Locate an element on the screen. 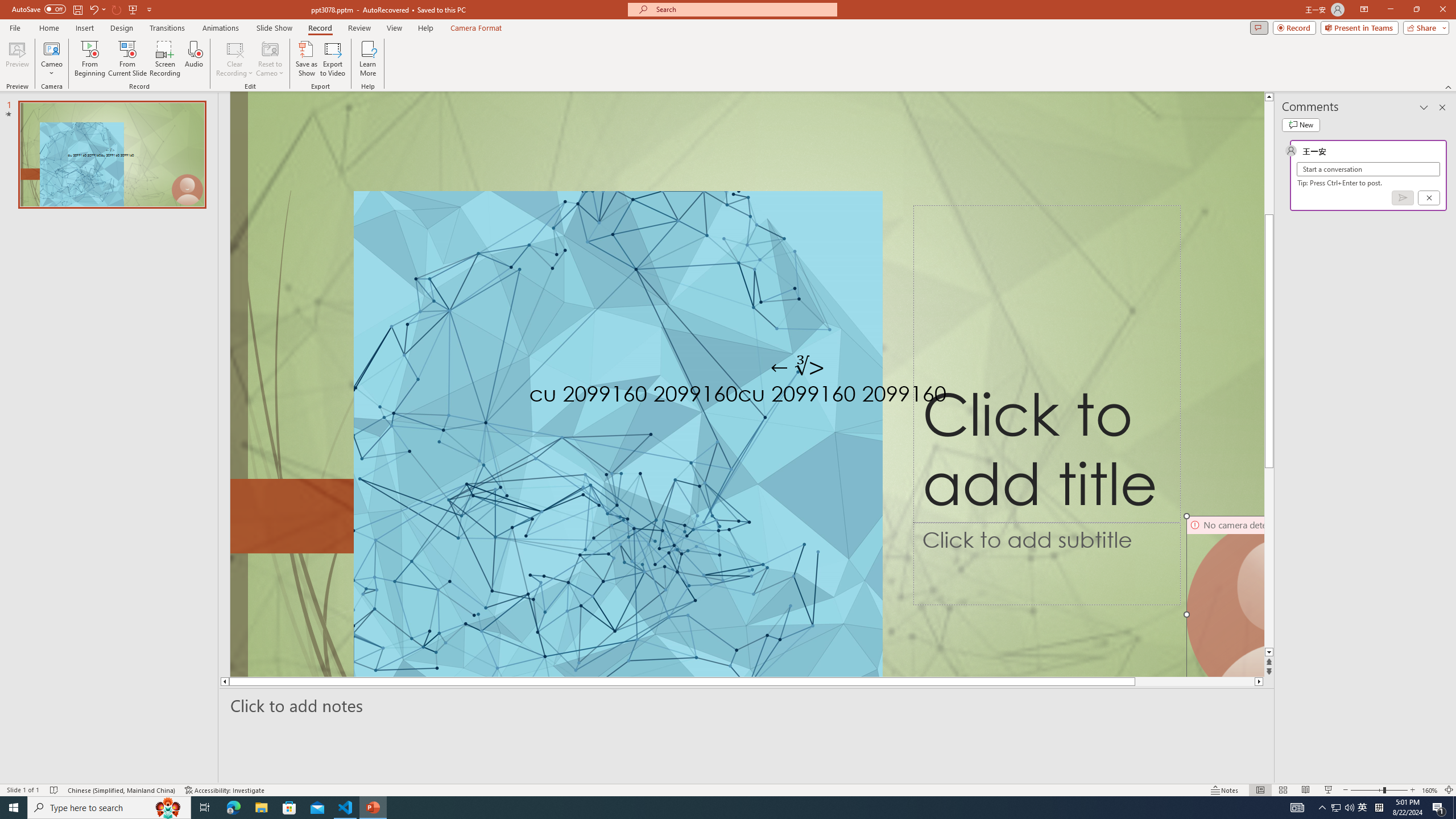 The width and height of the screenshot is (1456, 819). 'Post comment (Ctrl + Enter)' is located at coordinates (1403, 198).